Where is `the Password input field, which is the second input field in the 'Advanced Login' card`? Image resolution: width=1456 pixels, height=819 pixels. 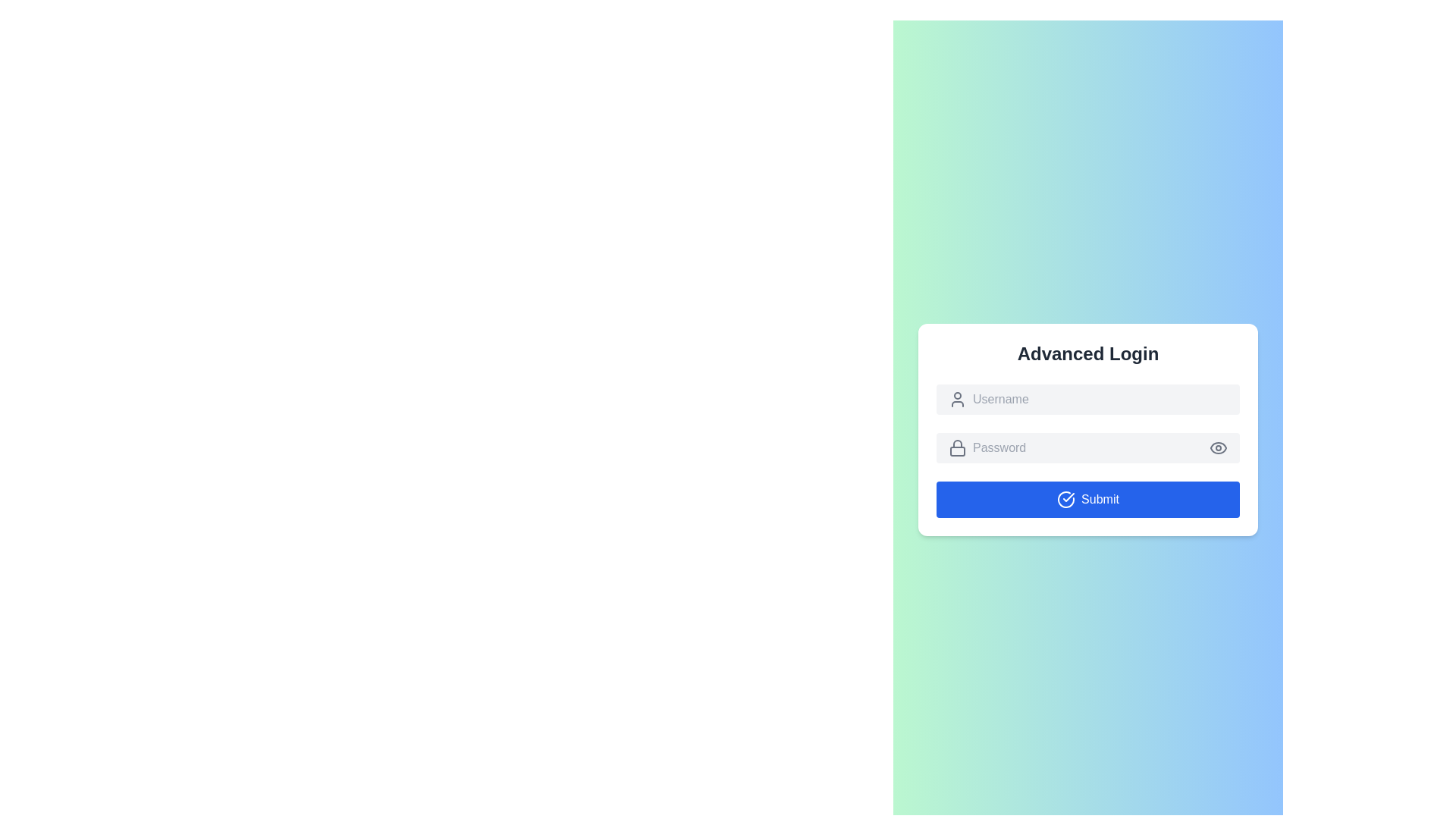 the Password input field, which is the second input field in the 'Advanced Login' card is located at coordinates (1087, 430).